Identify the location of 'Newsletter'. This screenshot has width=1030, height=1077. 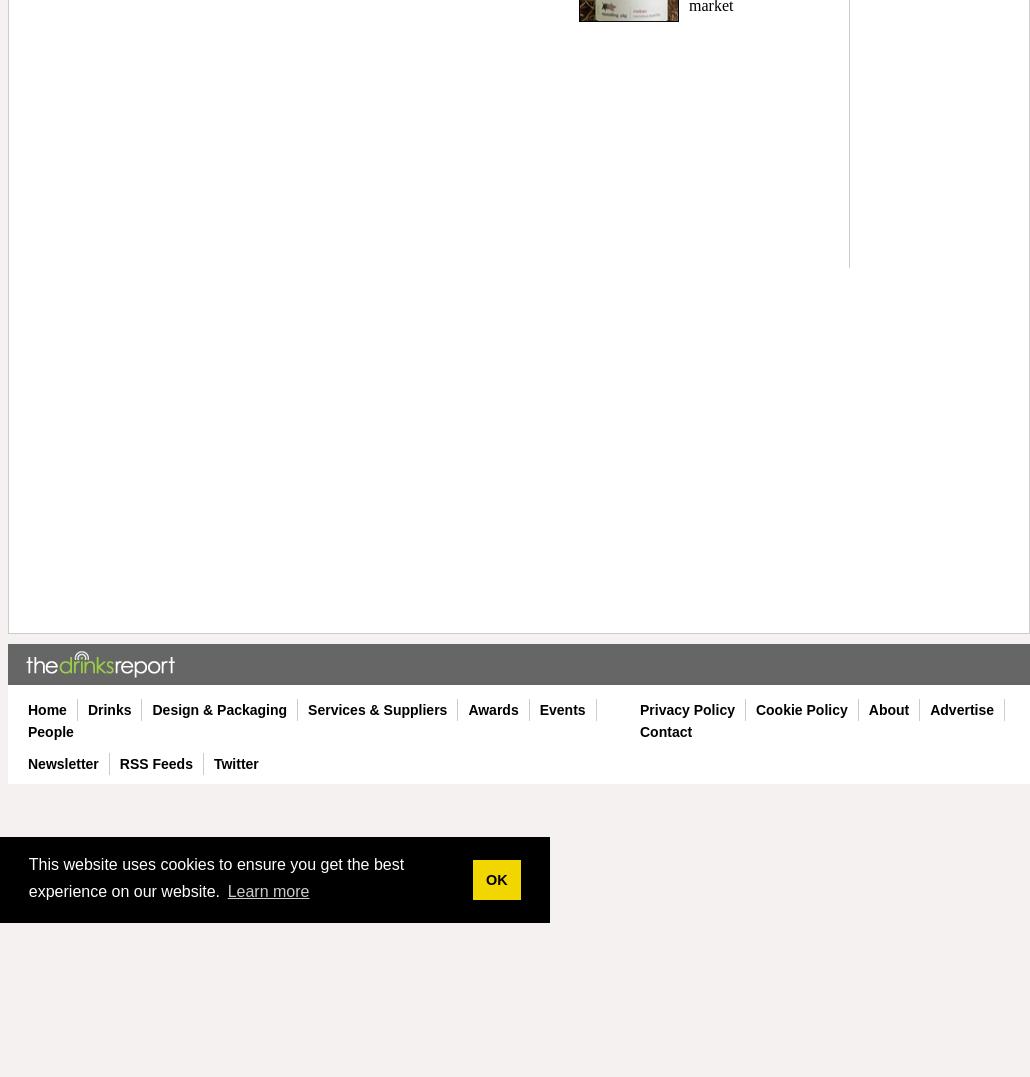
(63, 763).